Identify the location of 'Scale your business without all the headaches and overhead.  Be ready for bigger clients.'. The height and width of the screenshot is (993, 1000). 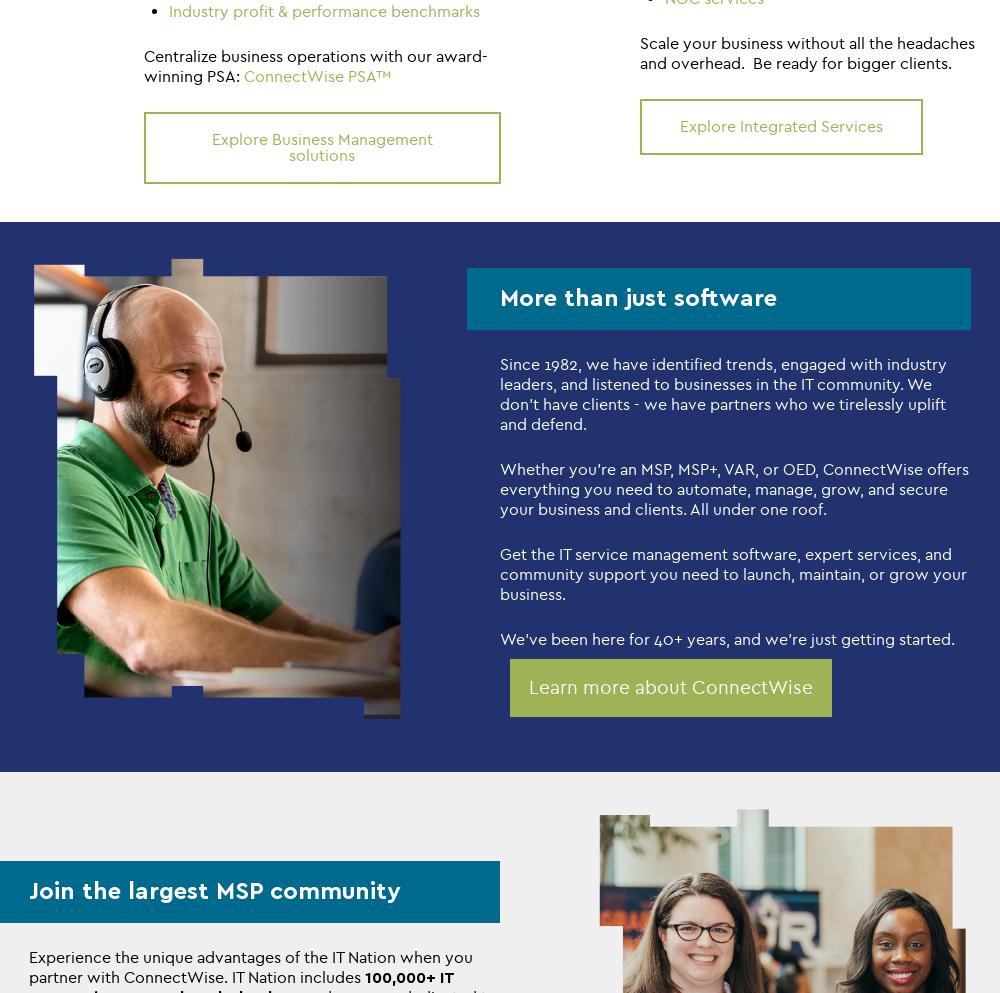
(807, 53).